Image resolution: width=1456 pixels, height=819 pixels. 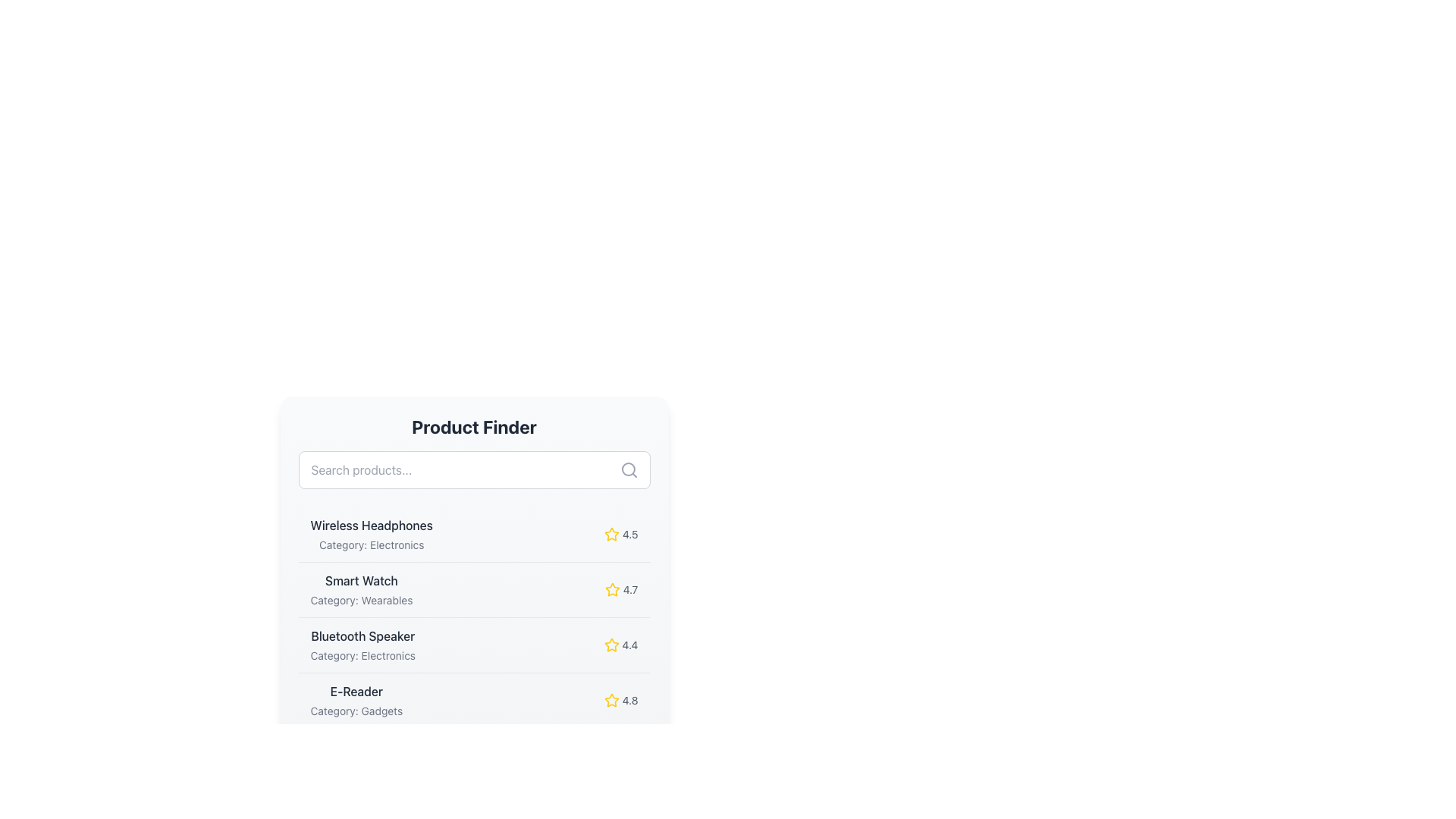 What do you see at coordinates (612, 589) in the screenshot?
I see `the rating star icon located to the right of the 'Smart Watch' text and before the '4.7' rating text` at bounding box center [612, 589].